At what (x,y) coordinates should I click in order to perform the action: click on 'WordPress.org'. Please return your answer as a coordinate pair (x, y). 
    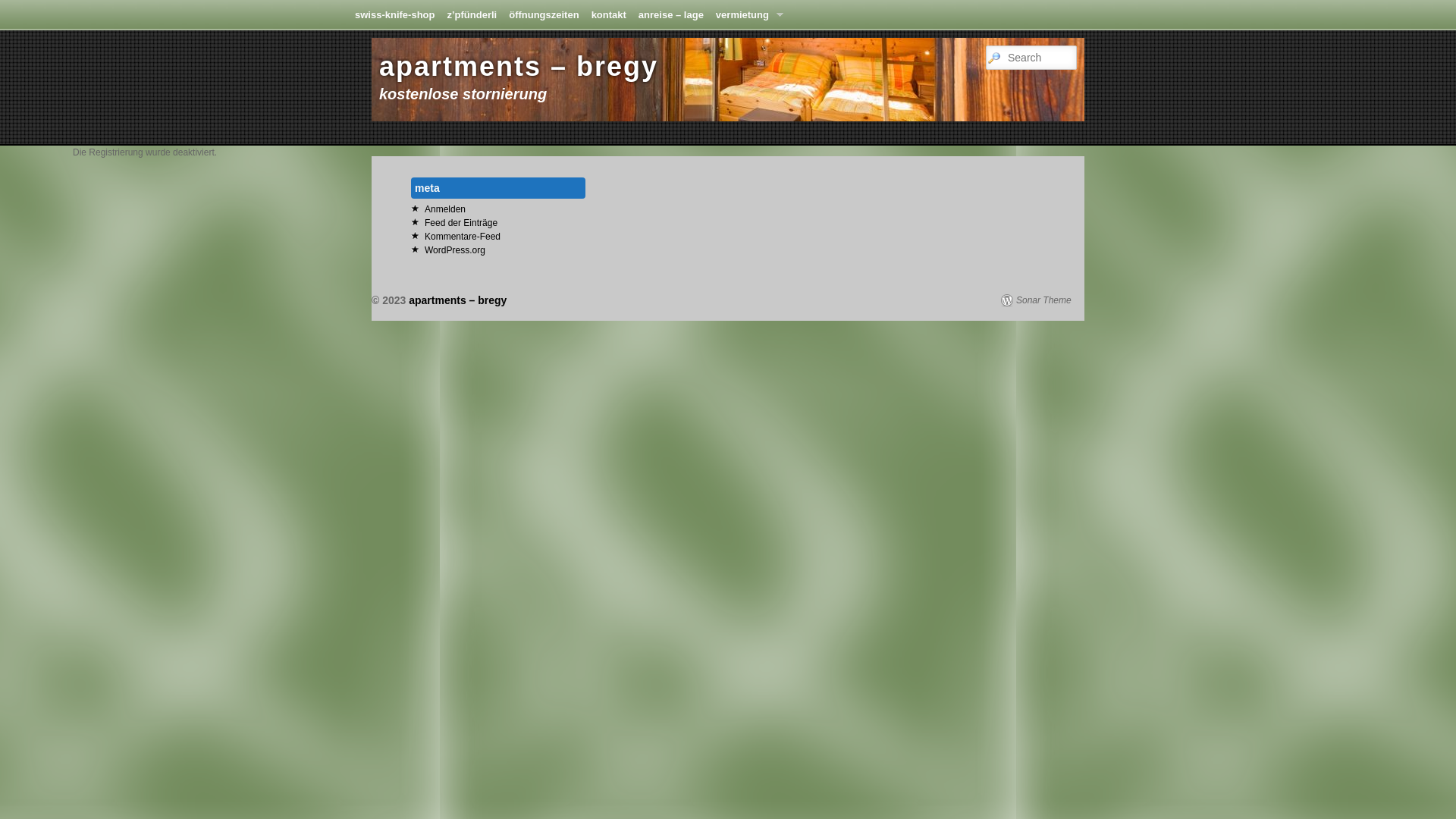
    Looking at the image, I should click on (454, 249).